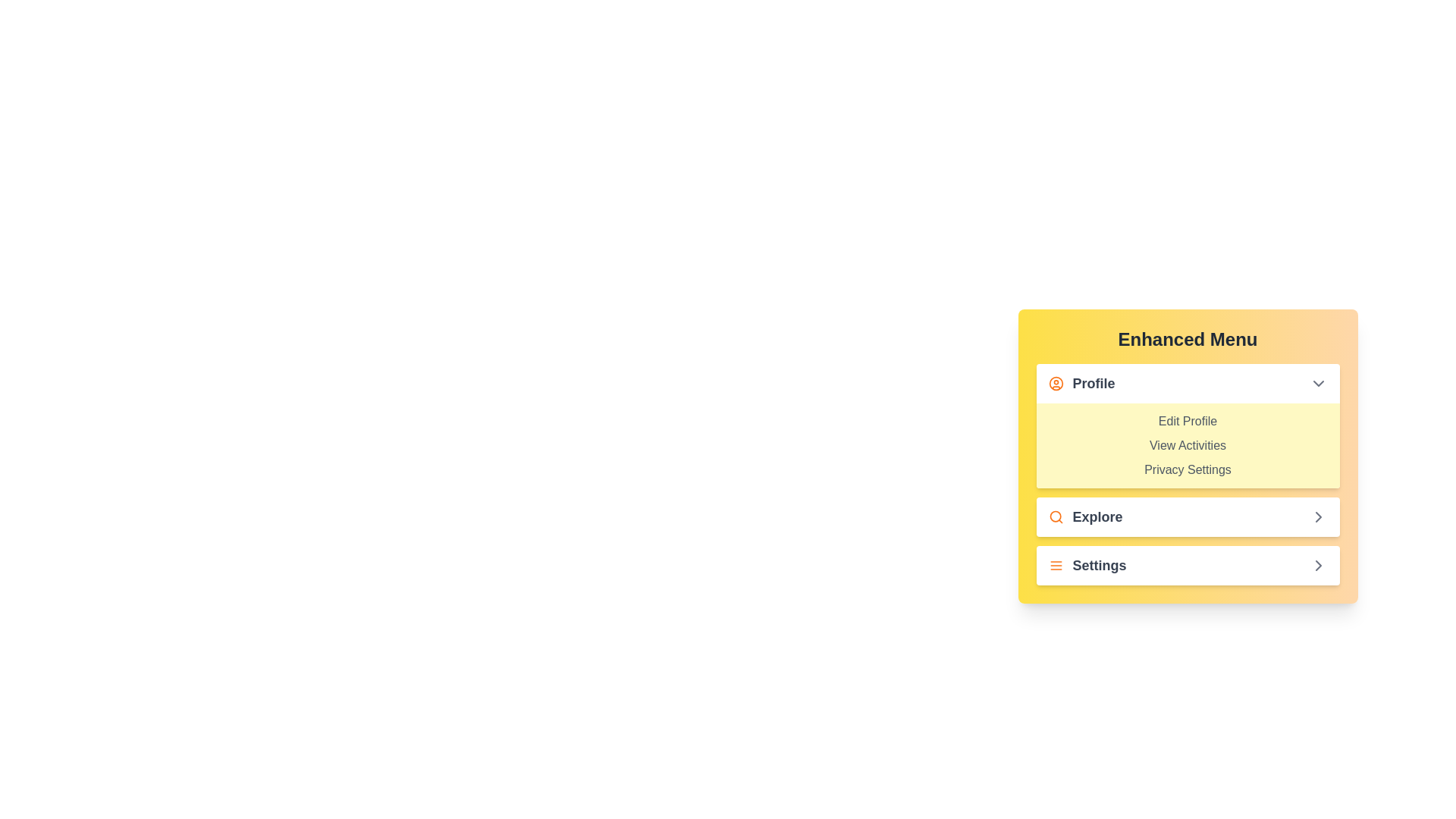 The height and width of the screenshot is (819, 1456). What do you see at coordinates (1097, 516) in the screenshot?
I see `the 'Explore' label which is displayed in bold grayish text within a menu interface, located below the 'Profile' section and above the 'Settings' section` at bounding box center [1097, 516].